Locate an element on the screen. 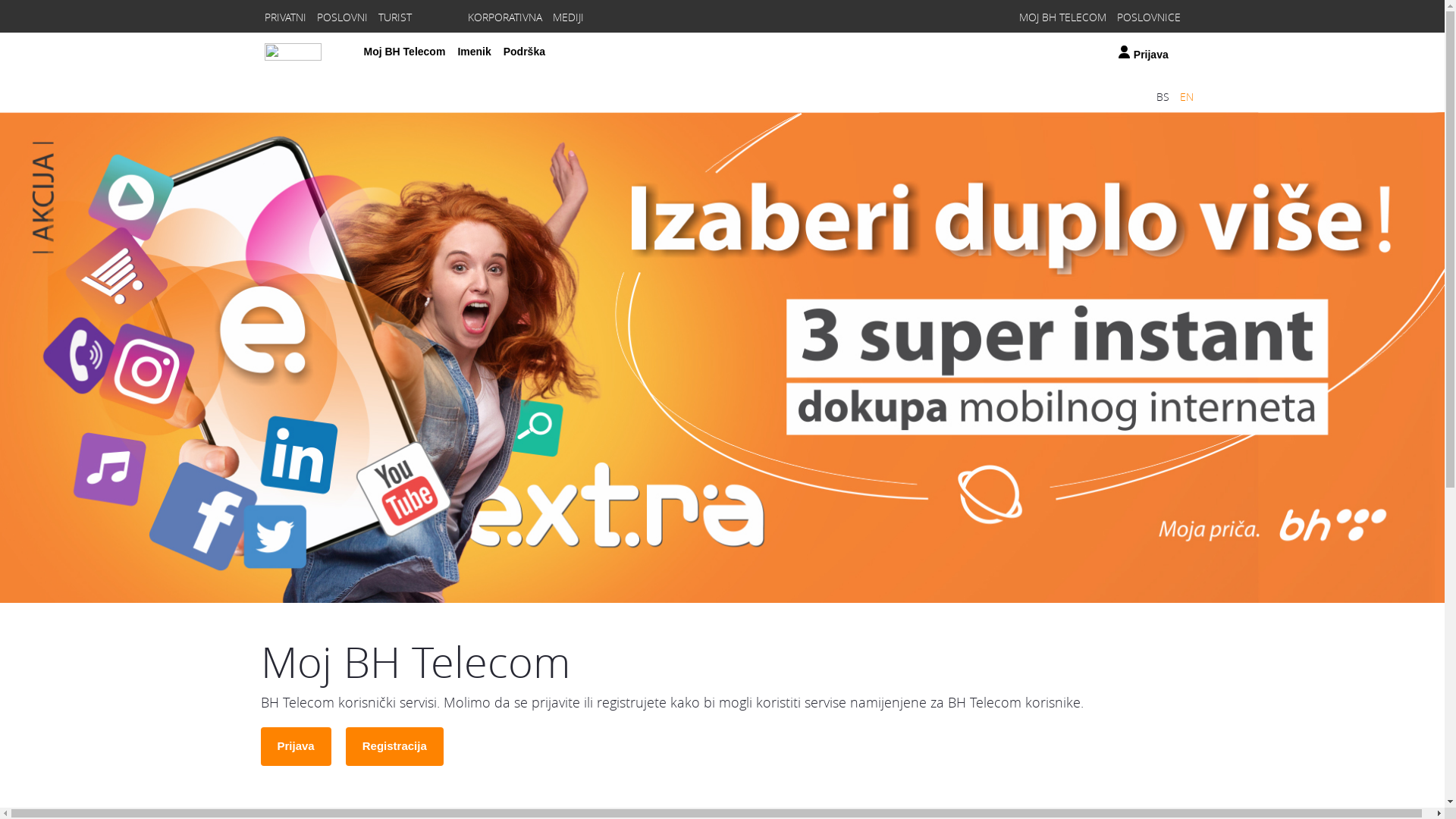 This screenshot has height=819, width=1456. 'Moj BH Telecom' is located at coordinates (404, 51).